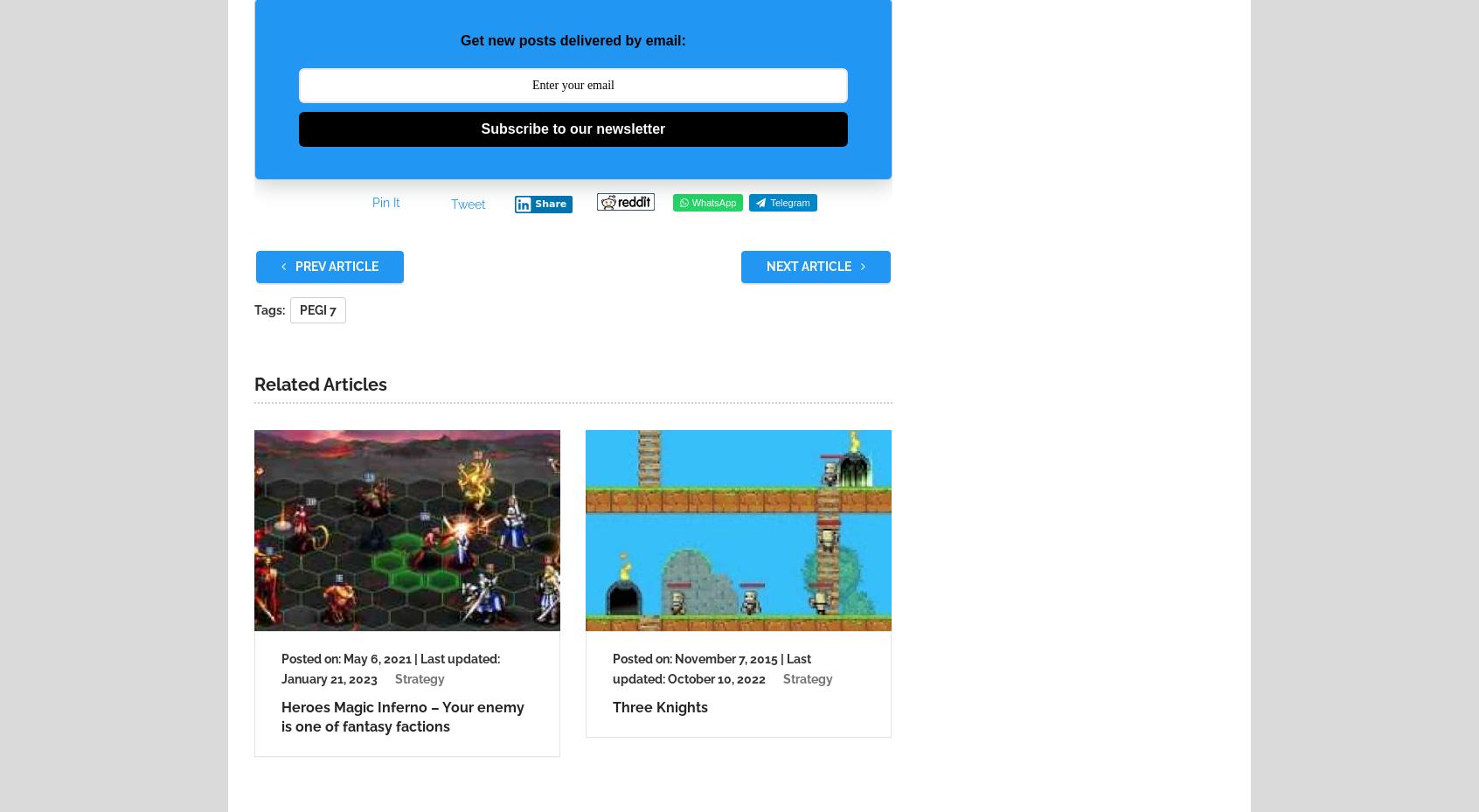 Image resolution: width=1479 pixels, height=812 pixels. What do you see at coordinates (573, 128) in the screenshot?
I see `'Subscribe to our newsletter'` at bounding box center [573, 128].